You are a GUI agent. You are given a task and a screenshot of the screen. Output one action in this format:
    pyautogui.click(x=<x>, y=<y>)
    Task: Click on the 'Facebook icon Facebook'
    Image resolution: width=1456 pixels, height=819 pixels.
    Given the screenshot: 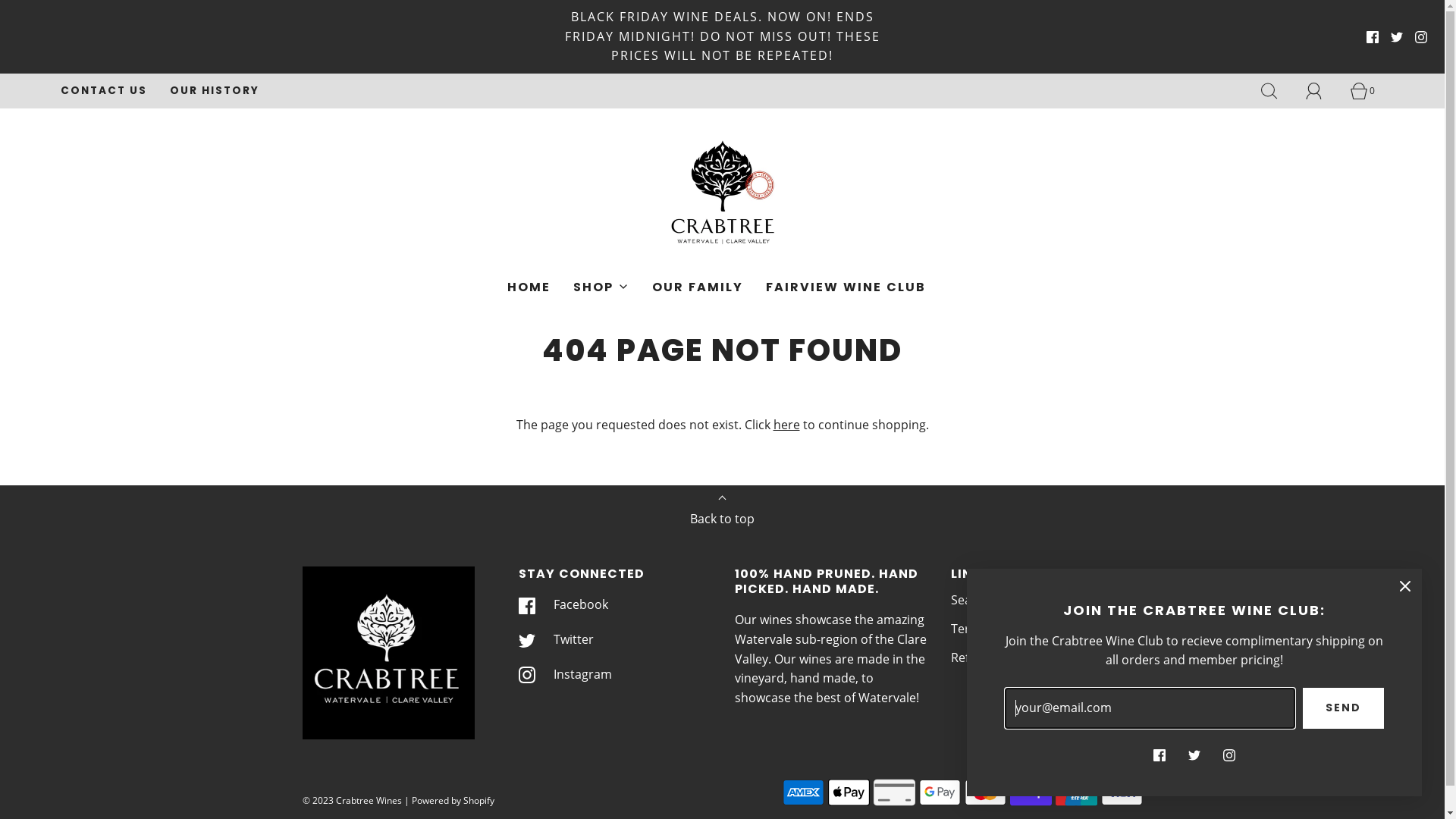 What is the action you would take?
    pyautogui.click(x=563, y=604)
    